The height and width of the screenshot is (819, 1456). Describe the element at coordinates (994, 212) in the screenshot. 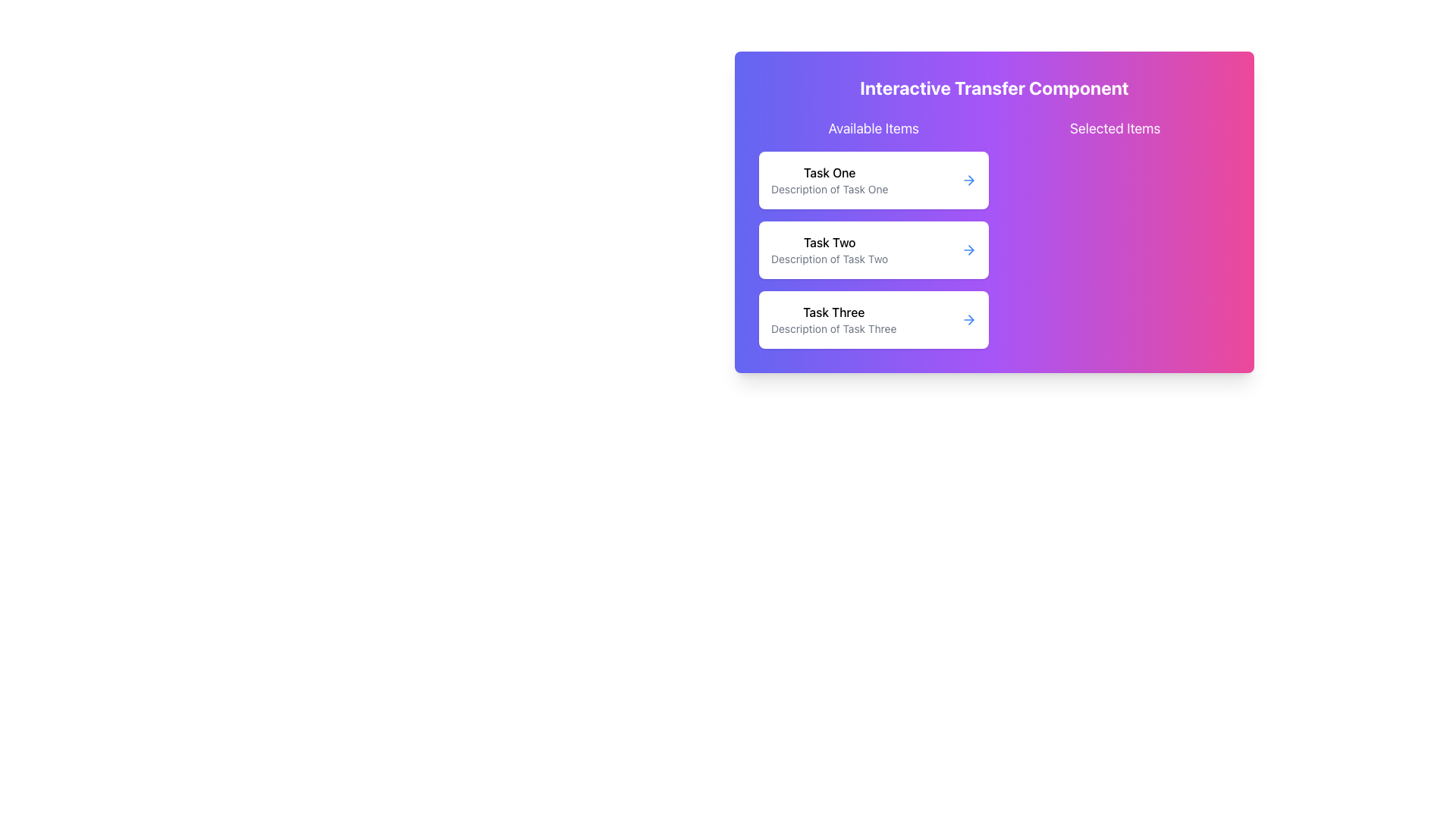

I see `the interactive transfer component panel, which has a gradient background transitioning from blue to pink and contains the title 'Interactive Transfer Component'` at that location.